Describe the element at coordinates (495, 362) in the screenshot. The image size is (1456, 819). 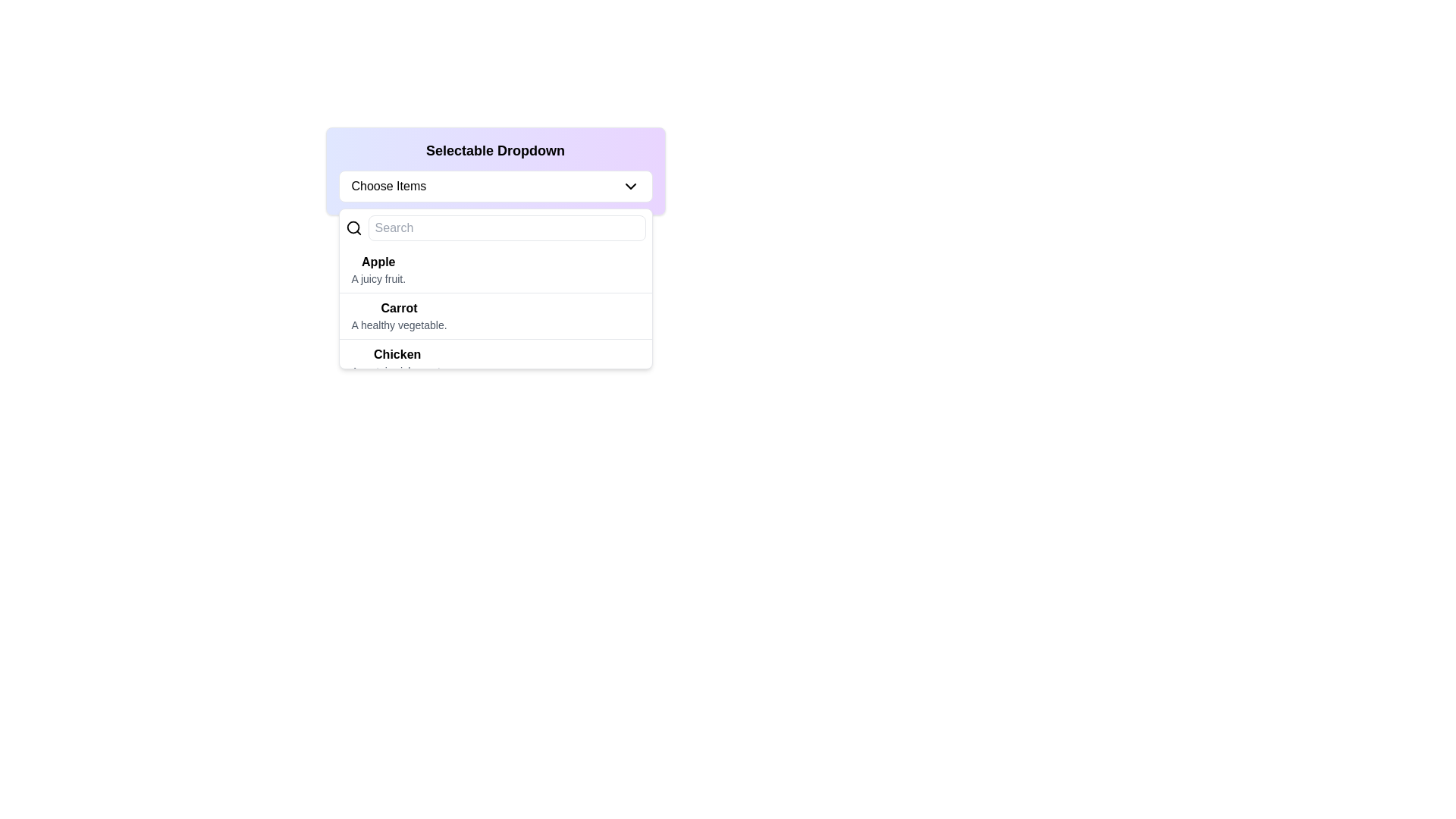
I see `the third item in the dropdown menu, which represents 'Chicken'` at that location.